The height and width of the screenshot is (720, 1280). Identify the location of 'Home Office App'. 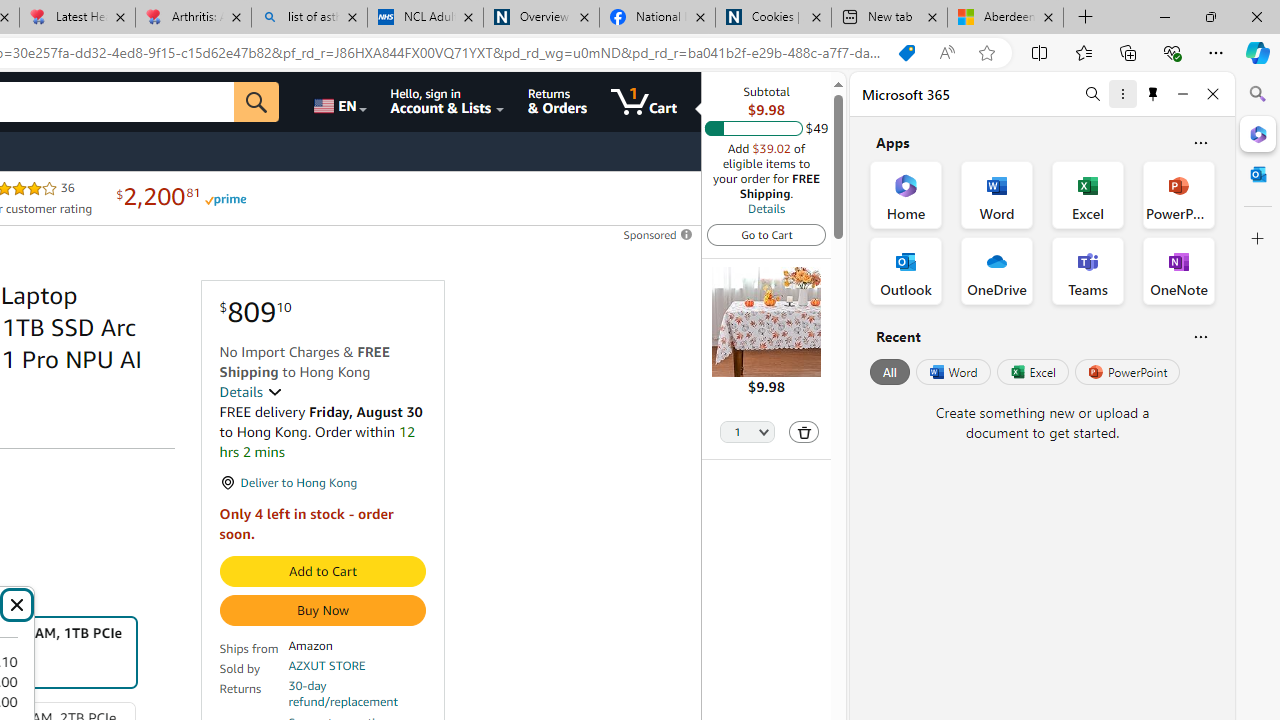
(905, 195).